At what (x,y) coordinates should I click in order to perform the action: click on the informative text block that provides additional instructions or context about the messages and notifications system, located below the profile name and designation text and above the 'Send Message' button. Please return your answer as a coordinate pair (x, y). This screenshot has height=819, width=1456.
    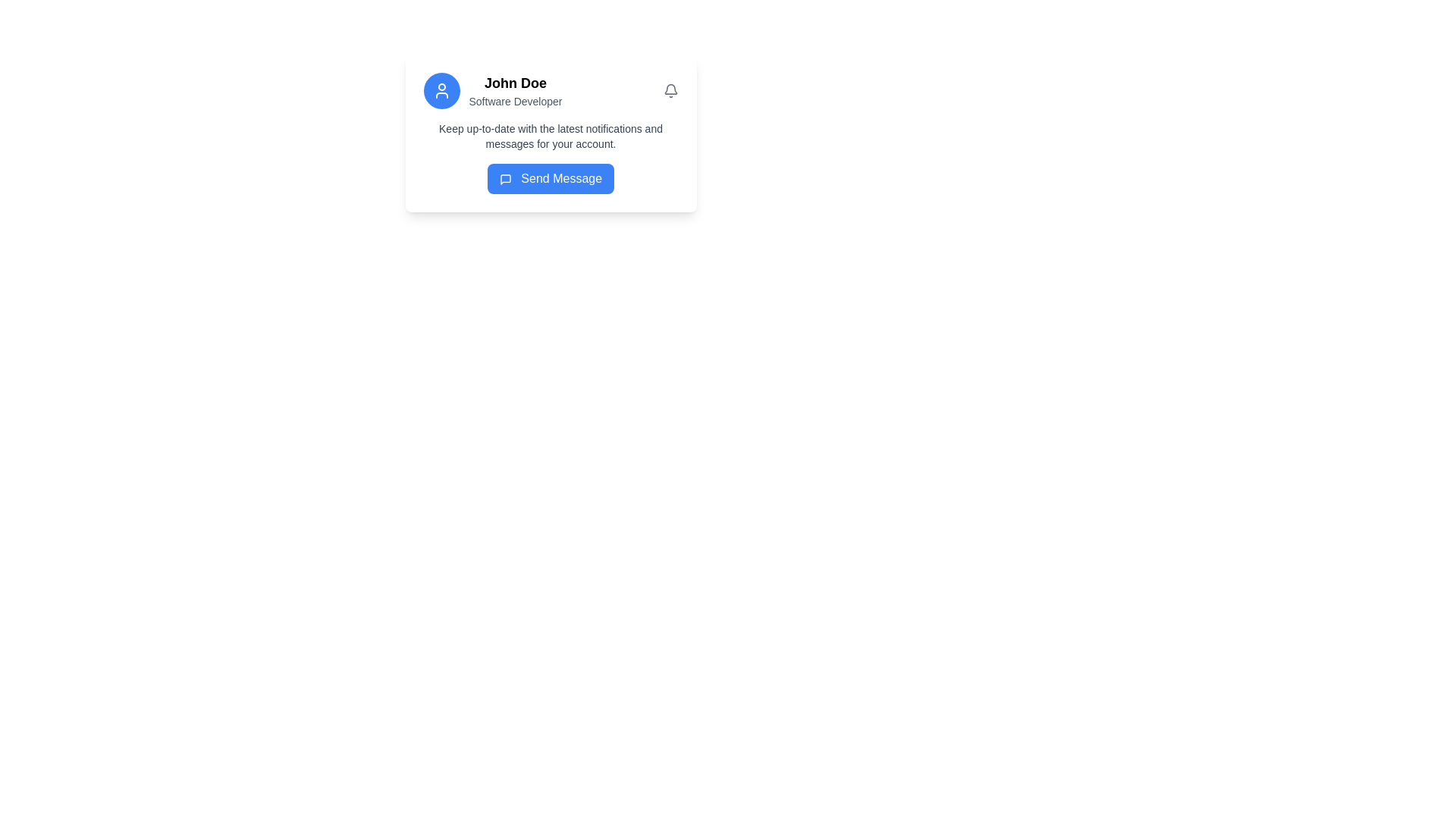
    Looking at the image, I should click on (550, 136).